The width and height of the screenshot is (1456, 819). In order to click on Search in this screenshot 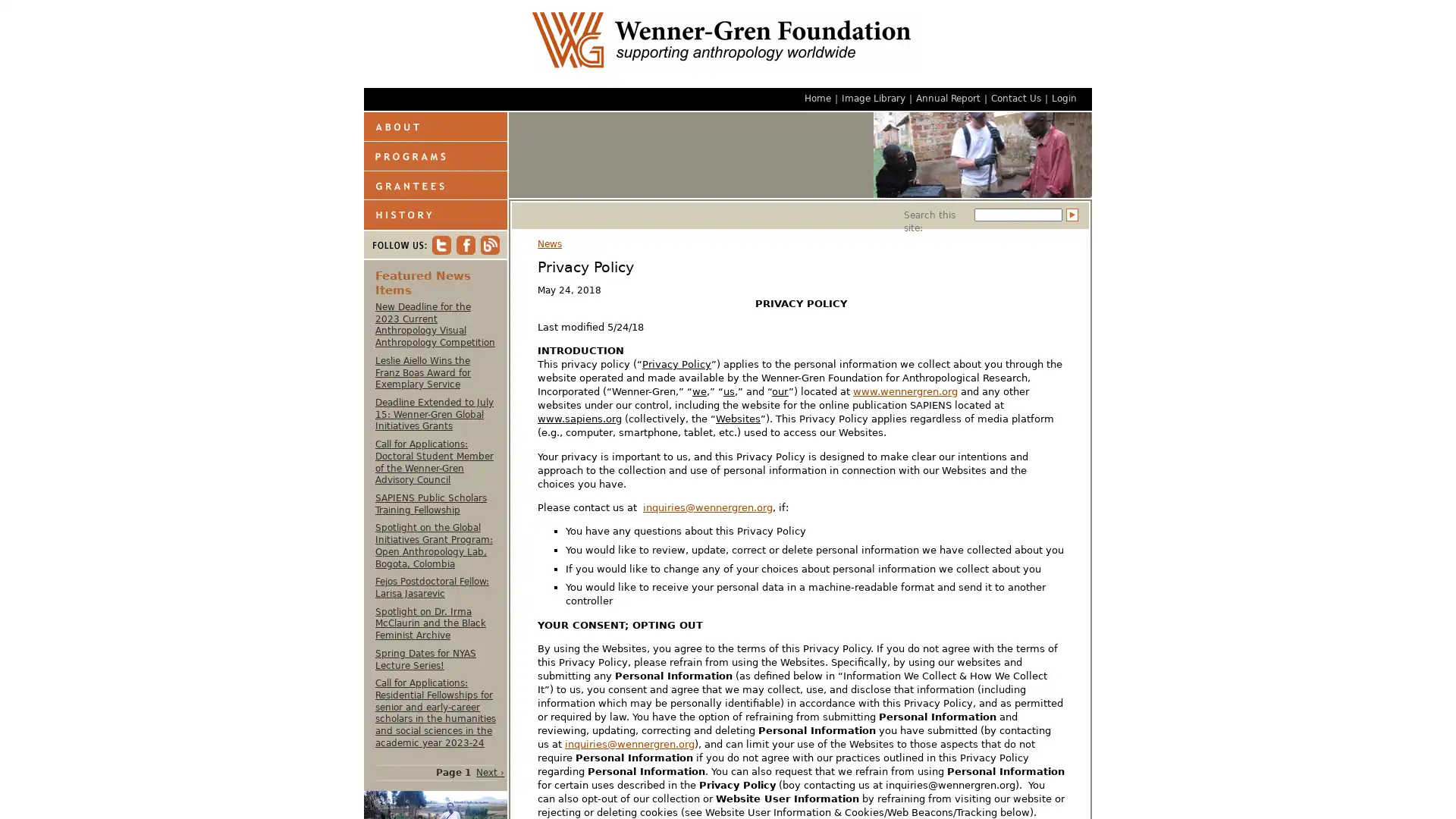, I will do `click(1072, 215)`.